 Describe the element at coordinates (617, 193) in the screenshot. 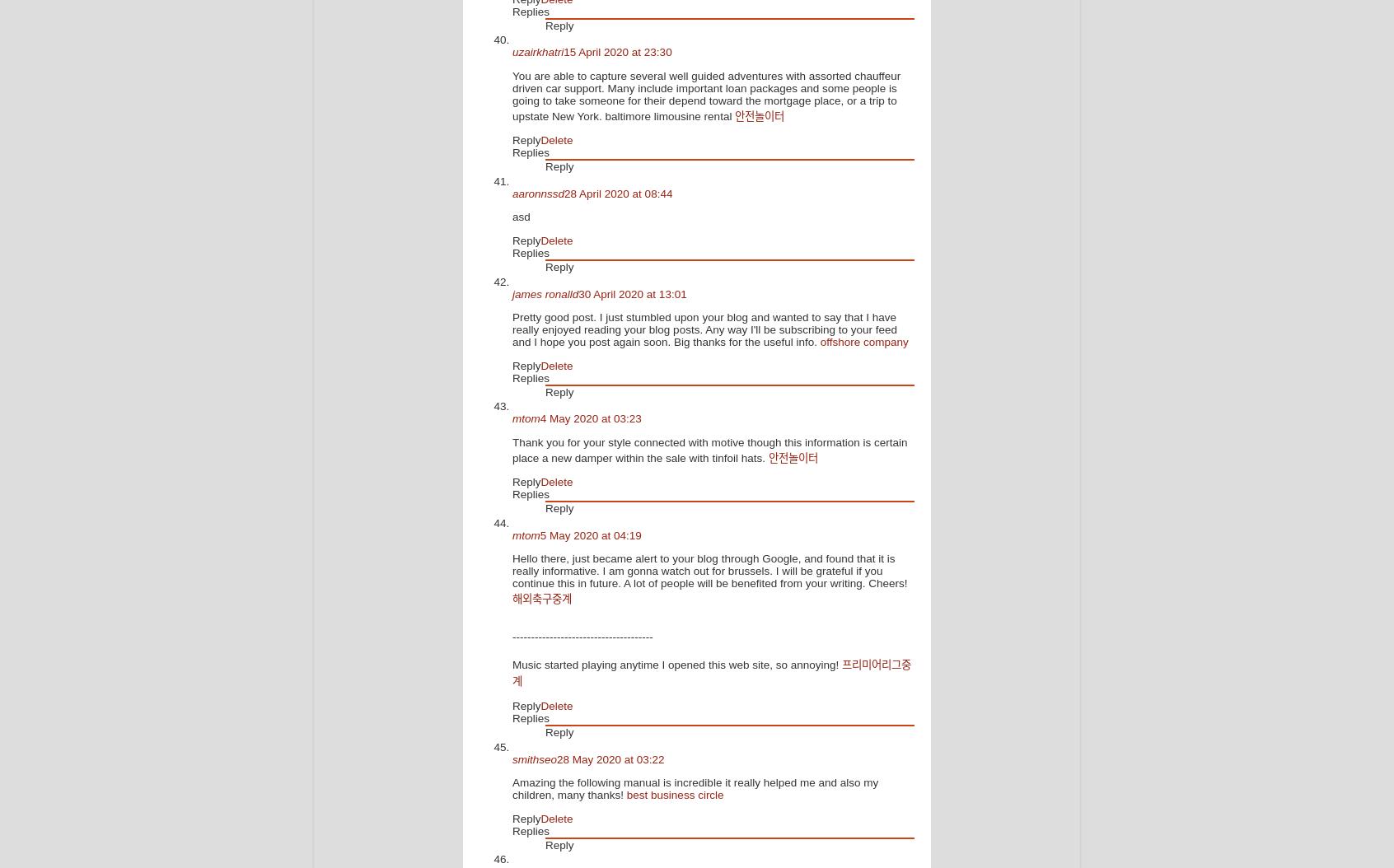

I see `'28 April 2020 at 08:44'` at that location.